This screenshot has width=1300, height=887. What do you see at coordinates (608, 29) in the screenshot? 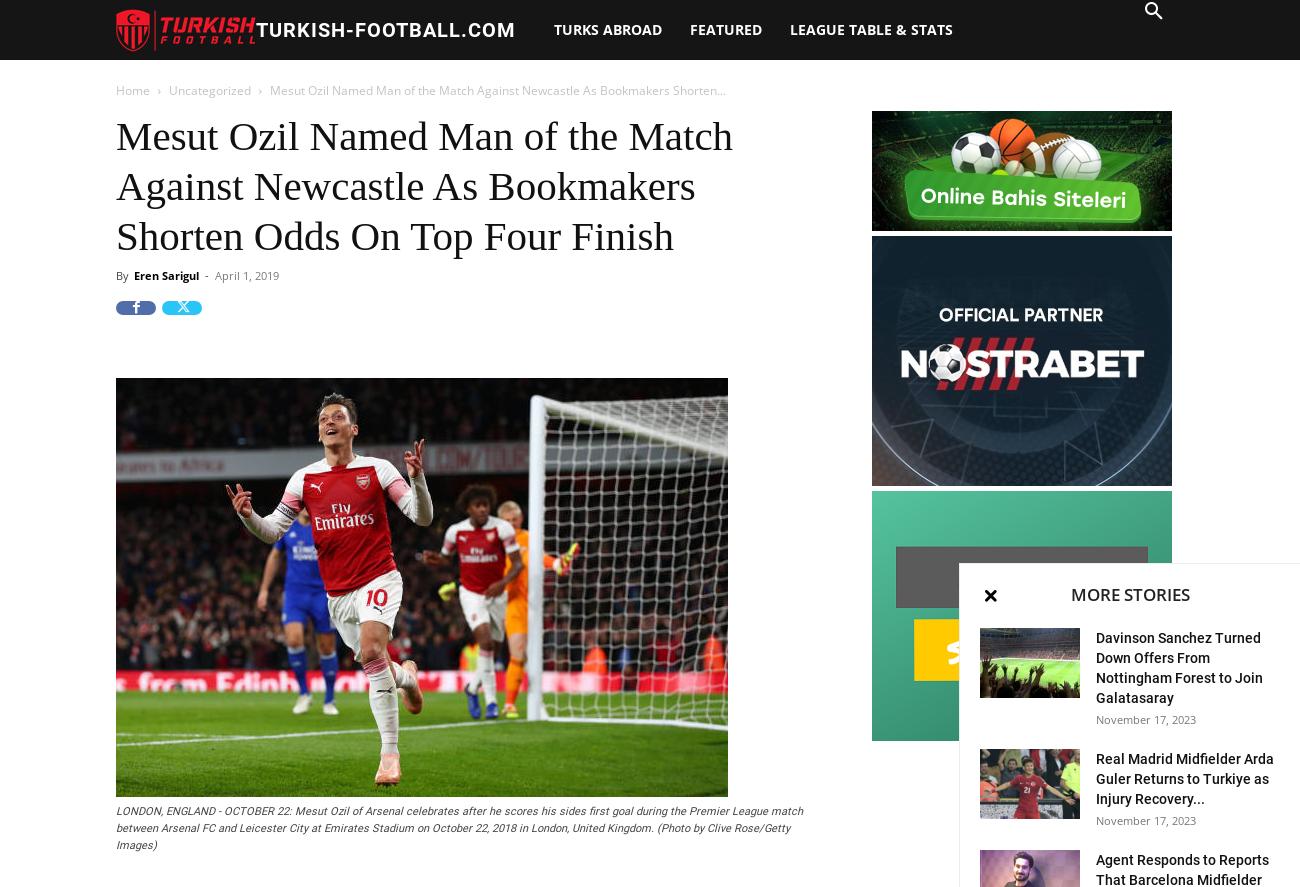
I see `'Turks Abroad'` at bounding box center [608, 29].